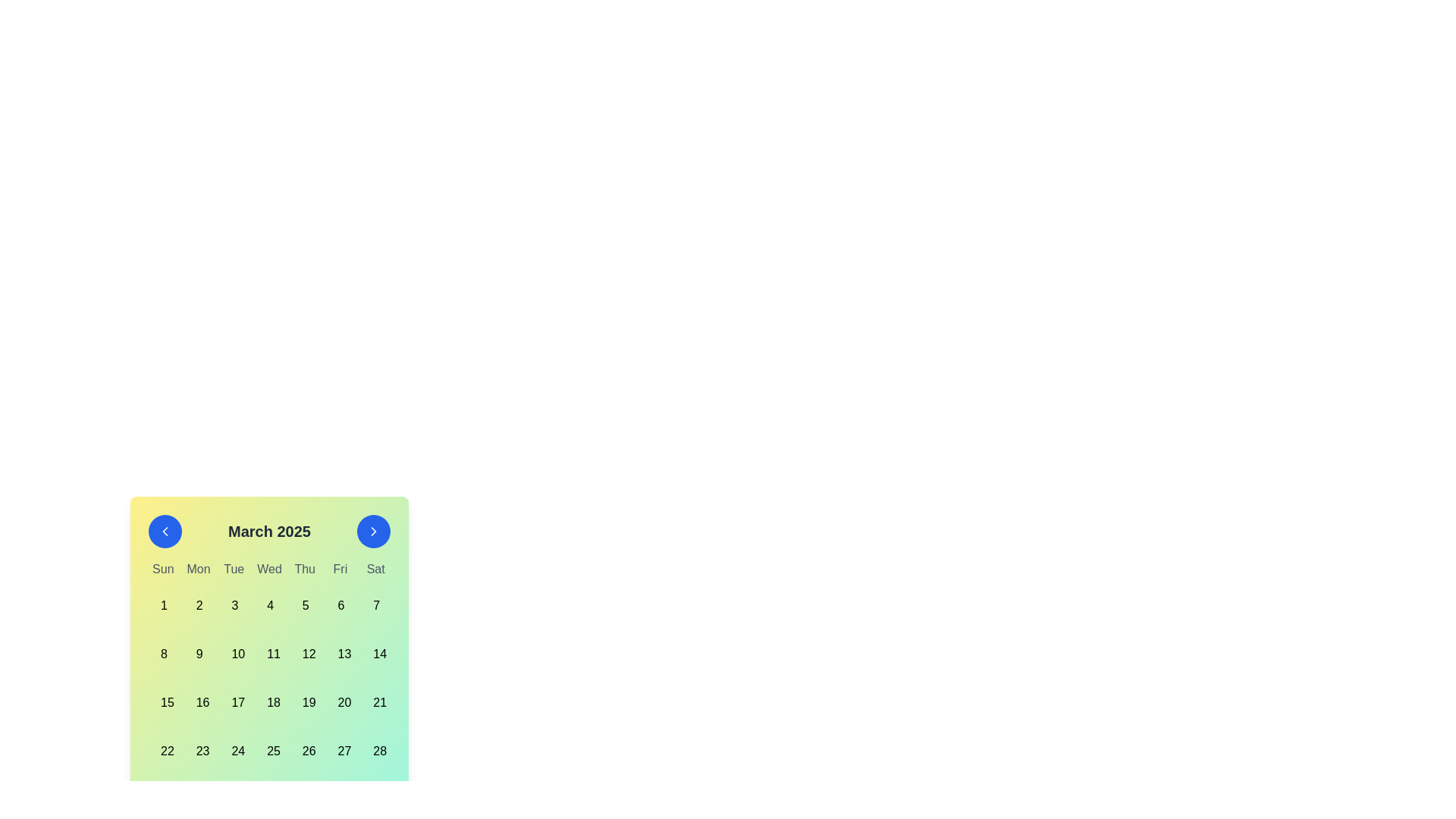 This screenshot has width=1456, height=819. Describe the element at coordinates (269, 654) in the screenshot. I see `the rounded rectangular button displaying '11' in the calendar grid layout, located in the second row and fourth column beneath 'Wed'` at that location.